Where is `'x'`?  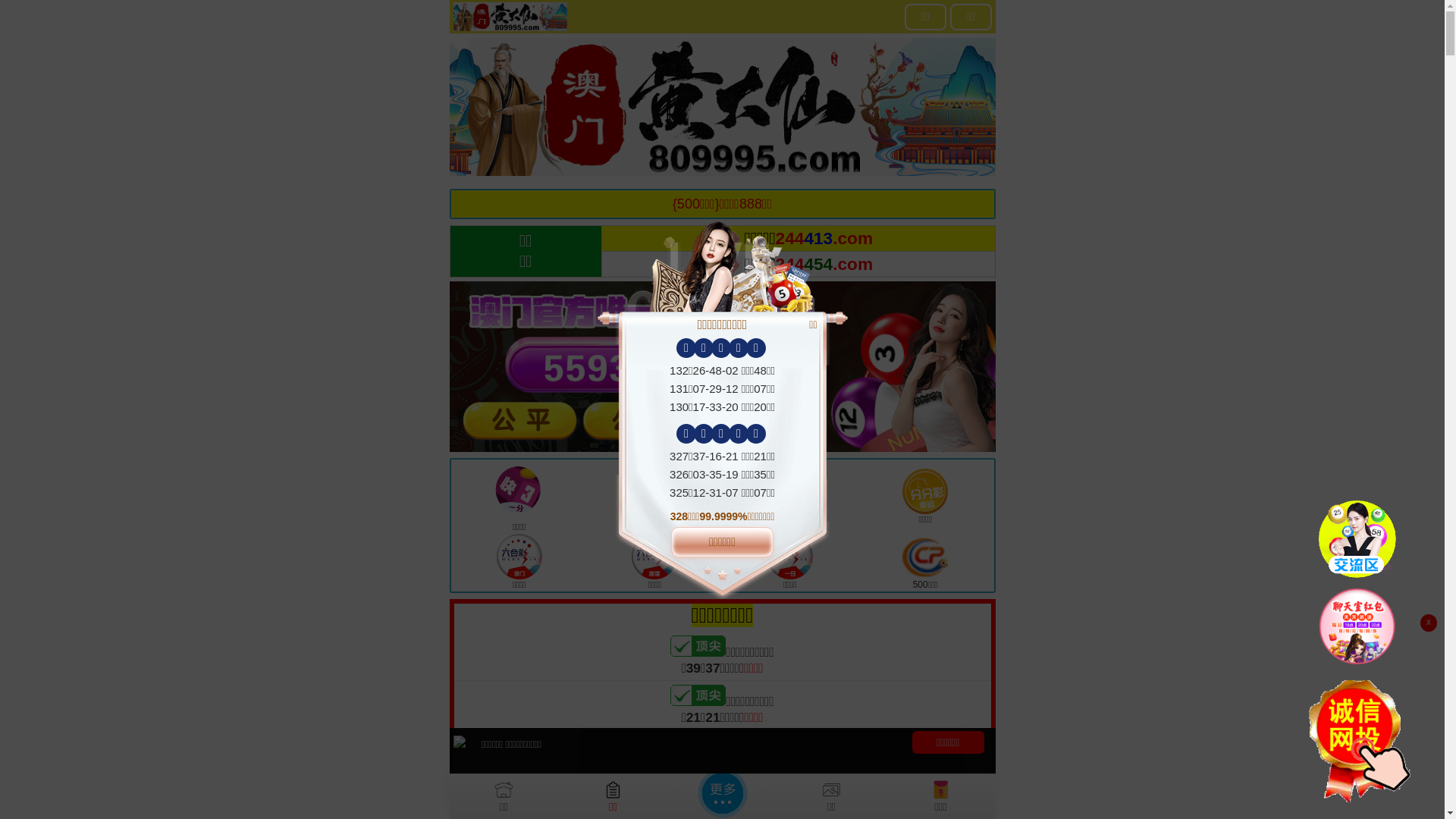
'x' is located at coordinates (1427, 623).